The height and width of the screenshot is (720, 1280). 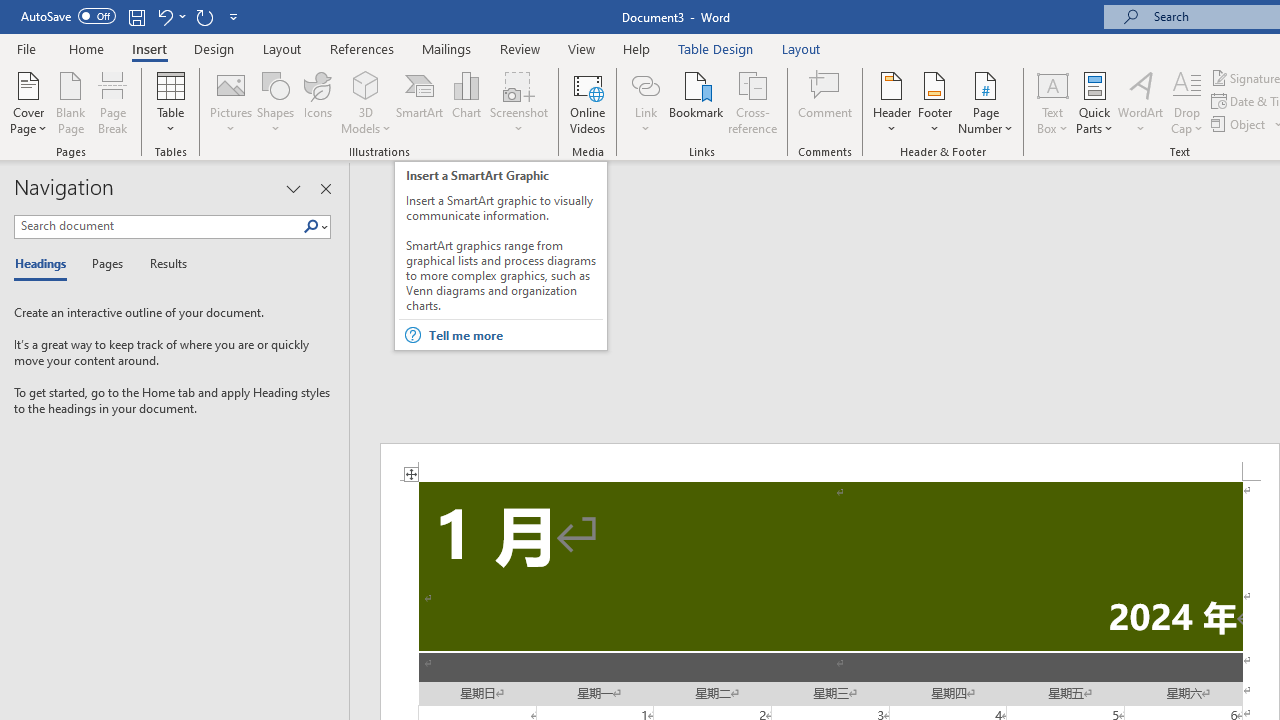 What do you see at coordinates (418, 103) in the screenshot?
I see `'SmartArt...'` at bounding box center [418, 103].